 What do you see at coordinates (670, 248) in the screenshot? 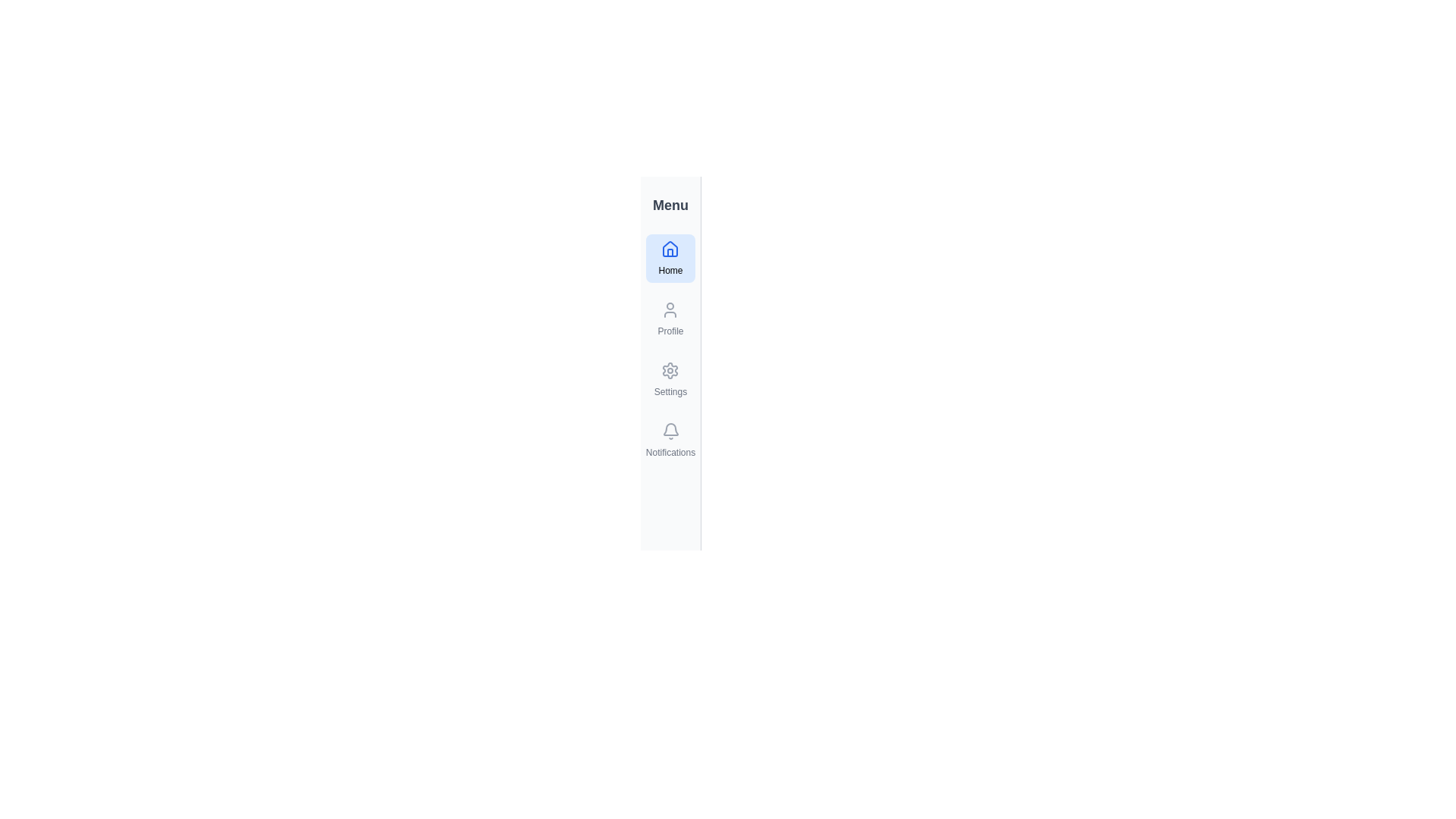
I see `the house outline icon located in the vertical navigation panel` at bounding box center [670, 248].